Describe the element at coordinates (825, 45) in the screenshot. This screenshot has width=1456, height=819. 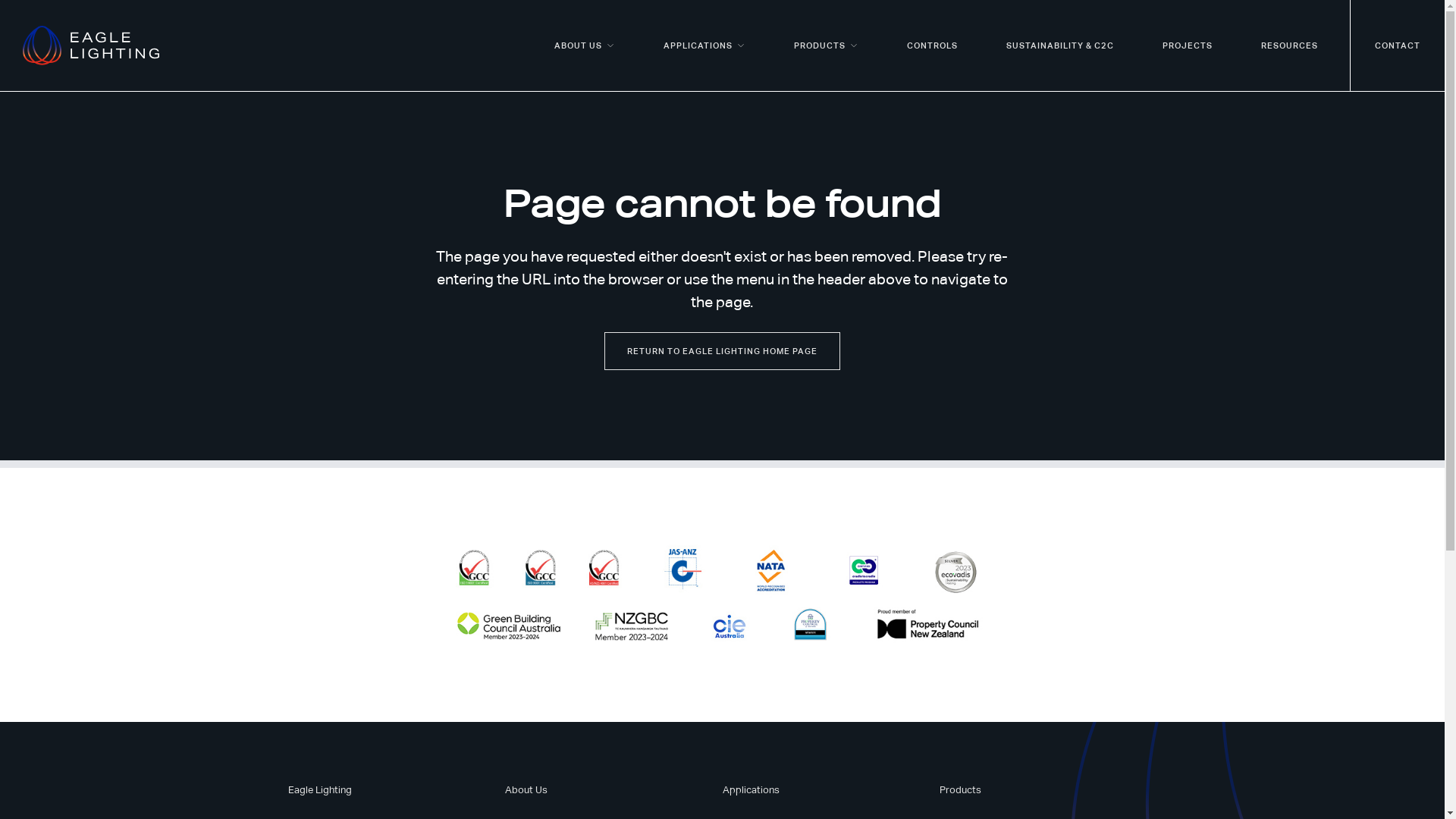
I see `'PRODUCTS'` at that location.